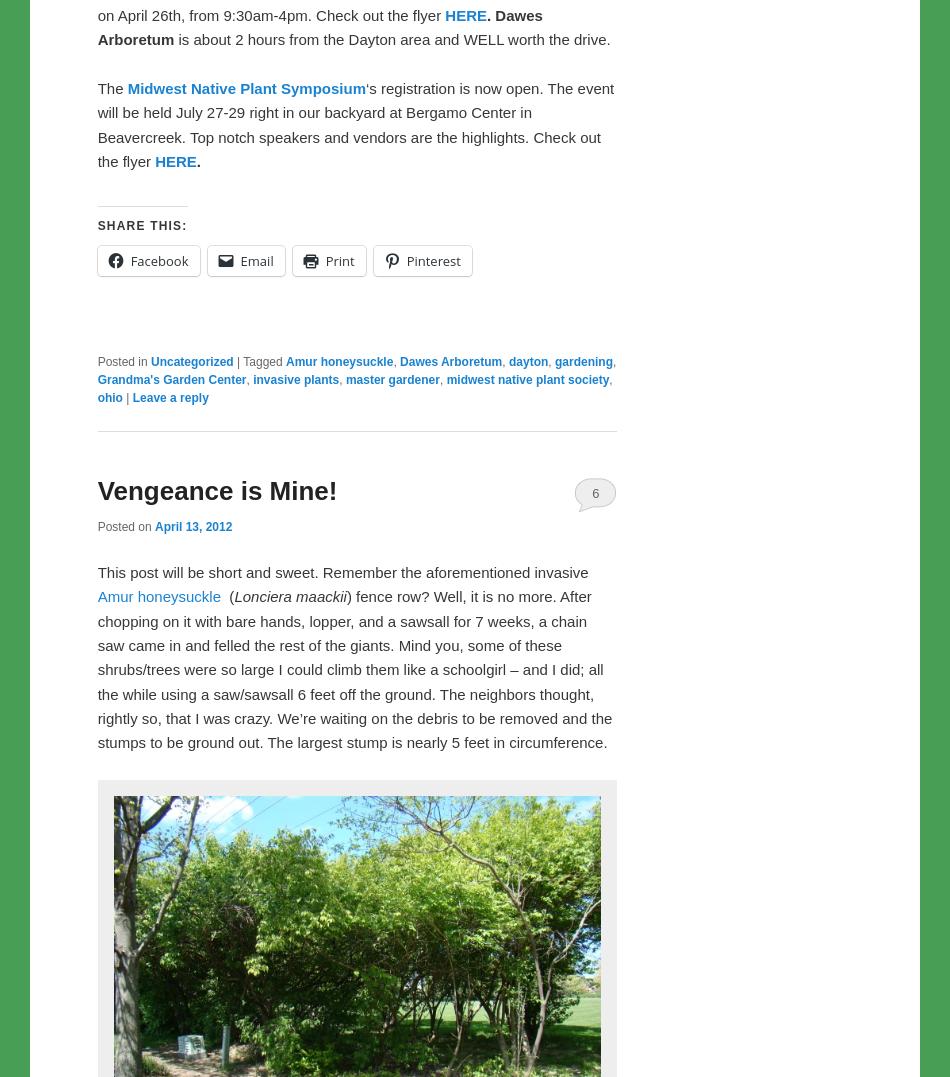 The image size is (950, 1077). What do you see at coordinates (353, 668) in the screenshot?
I see `') fence row? Well, it is no more. After chopping on it with bare hands, lopper, and a sawsall for 7 weeks, a chain saw came in and felled the rest of the giants. Mind you, some of these shrubs/trees were so large I could climb them like a schoolgirl – and I did; all the while using a saw/sawsall 6 feet off the ground. The neighbors thought, rightly so, that I was crazy. We’re waiting on the debris to be removed and the stumps to be ground out. The largest stump is nearly 5 feet in circumference.'` at bounding box center [353, 668].